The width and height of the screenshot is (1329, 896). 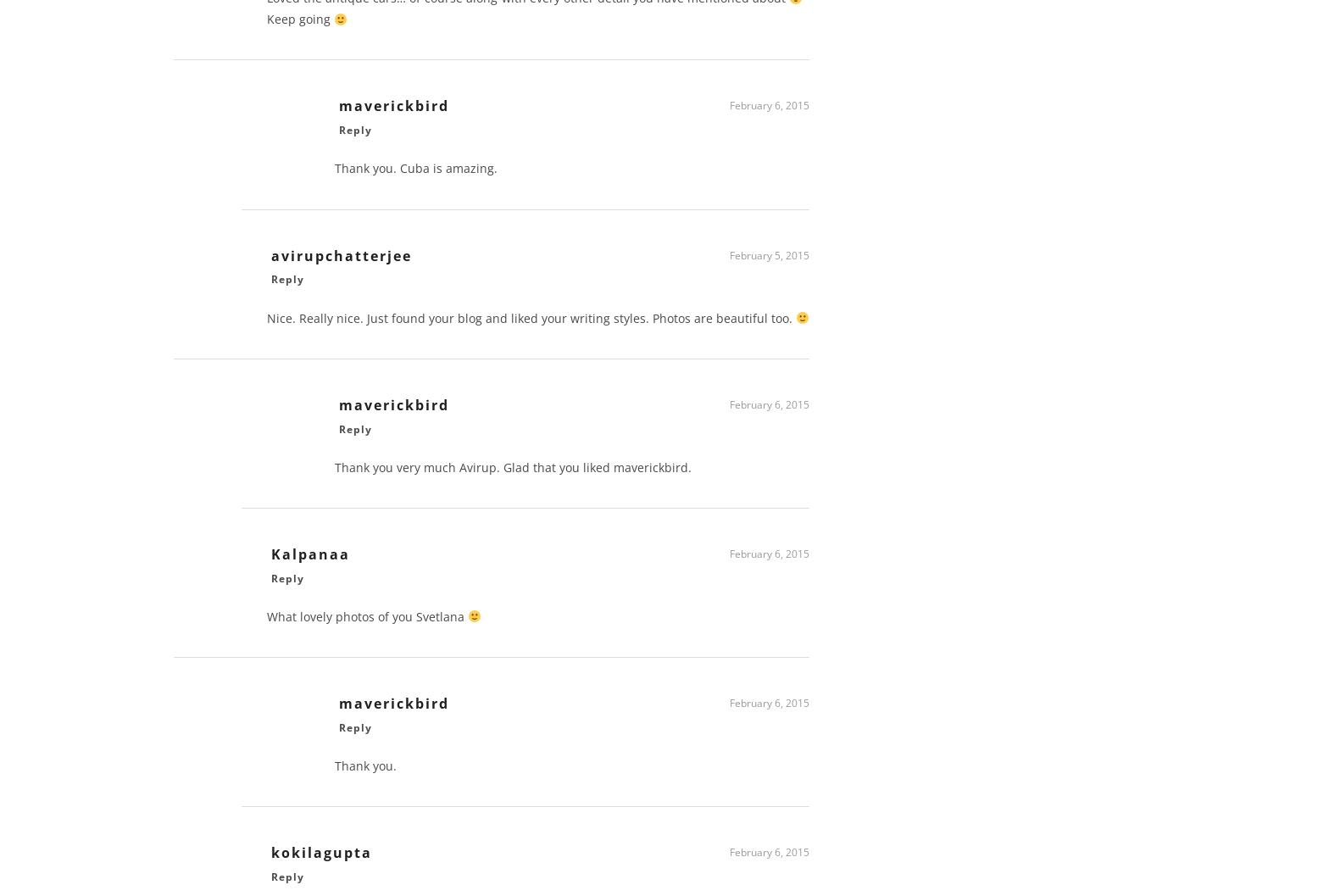 What do you see at coordinates (334, 771) in the screenshot?
I see `'Thank you.'` at bounding box center [334, 771].